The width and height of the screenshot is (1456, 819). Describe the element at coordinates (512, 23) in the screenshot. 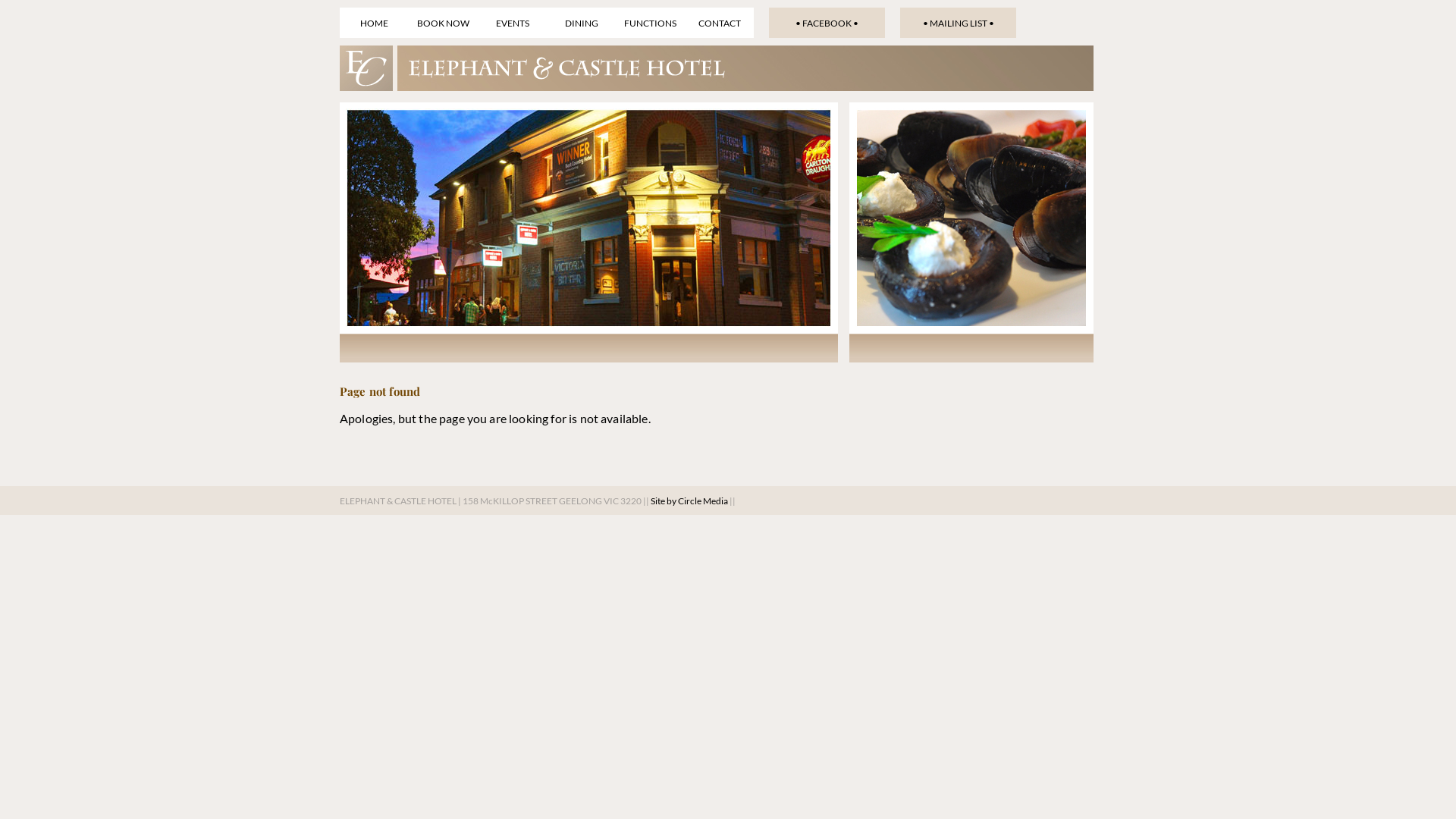

I see `'EVENTS'` at that location.